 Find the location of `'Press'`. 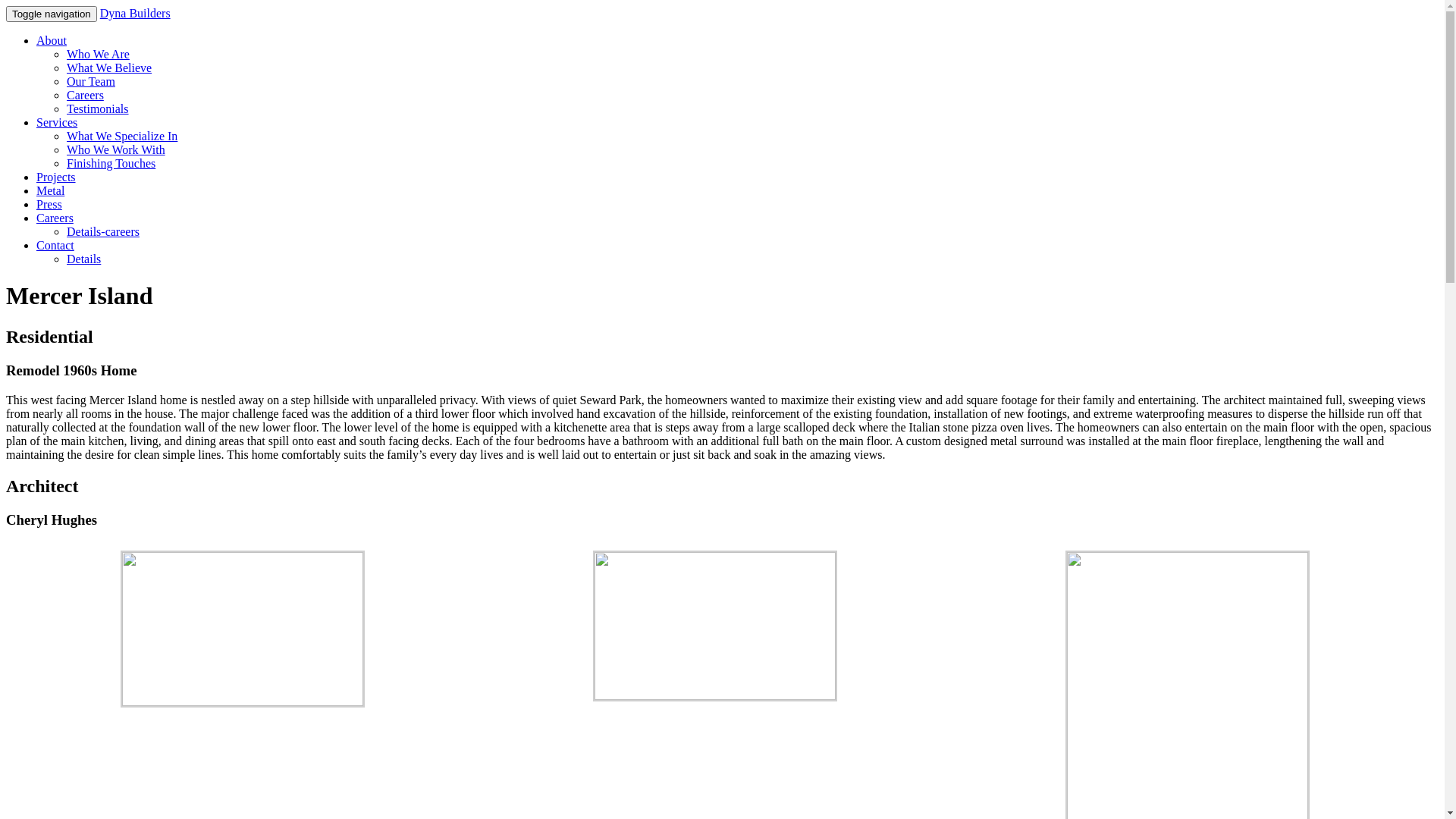

'Press' is located at coordinates (49, 203).